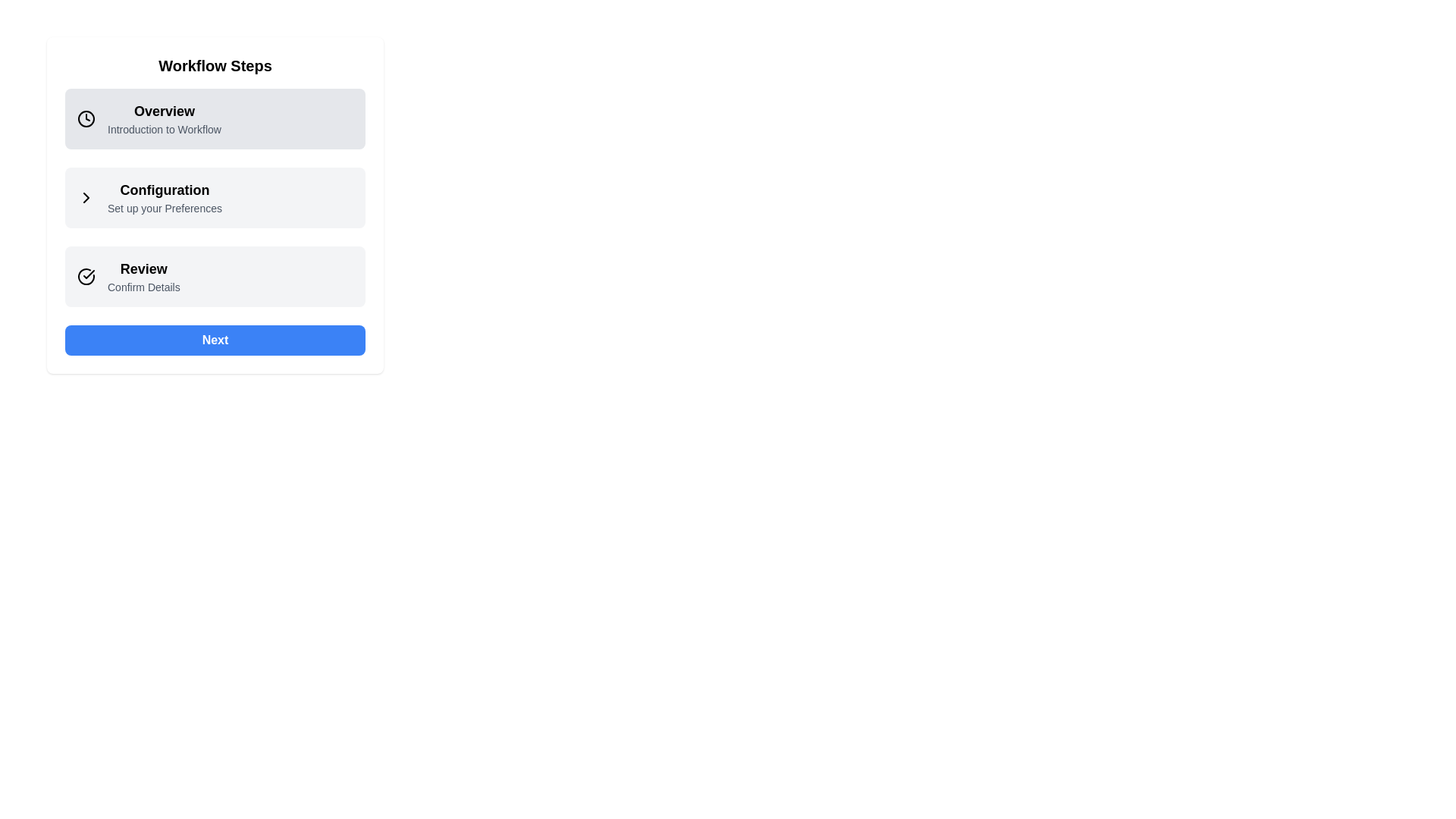 This screenshot has height=819, width=1456. Describe the element at coordinates (214, 339) in the screenshot. I see `the large rectangular button with a blue background and white text reading 'Next' located at the bottom of the layout to activate its hover effects` at that location.